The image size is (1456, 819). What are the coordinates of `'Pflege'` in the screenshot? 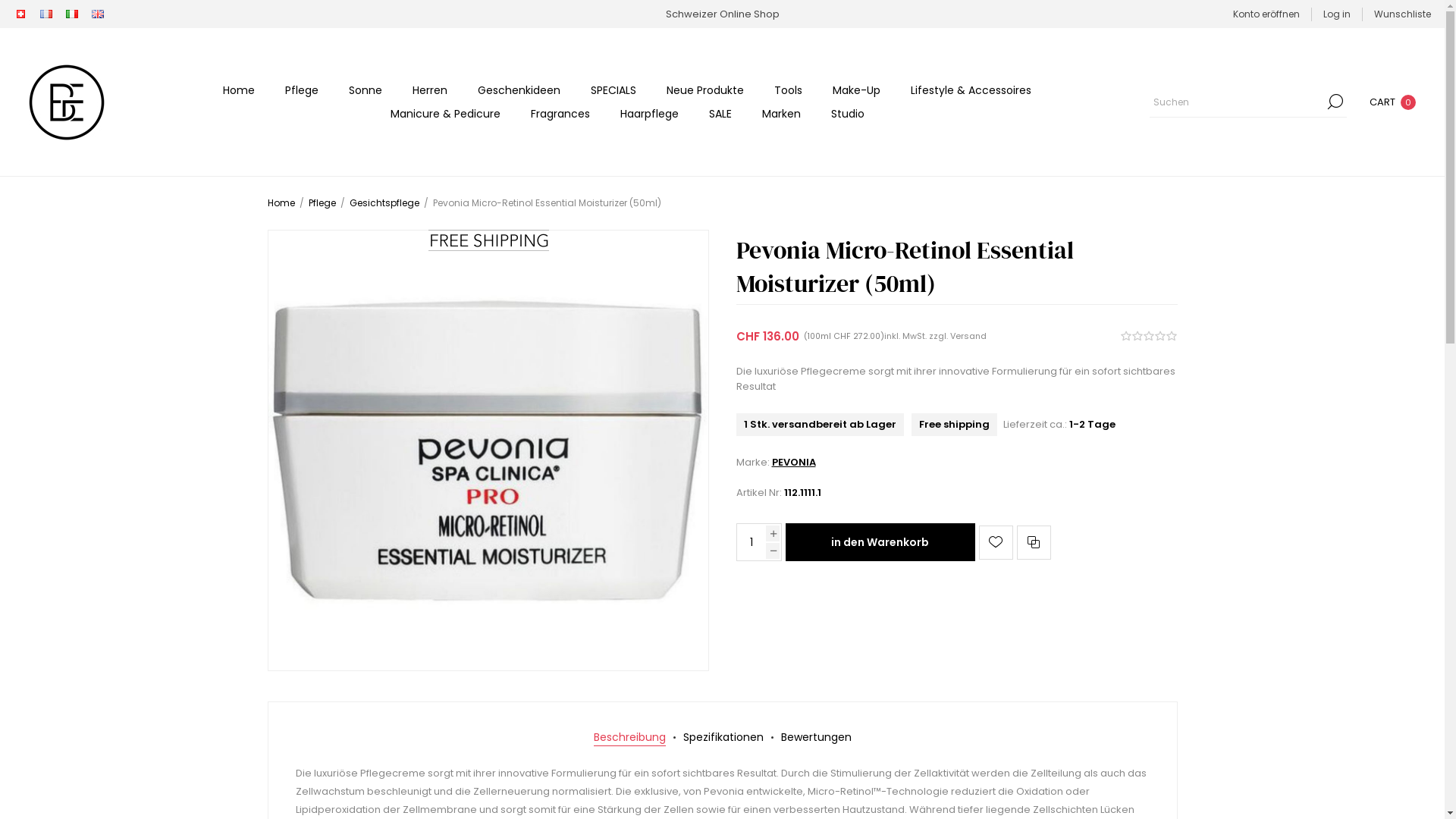 It's located at (307, 202).